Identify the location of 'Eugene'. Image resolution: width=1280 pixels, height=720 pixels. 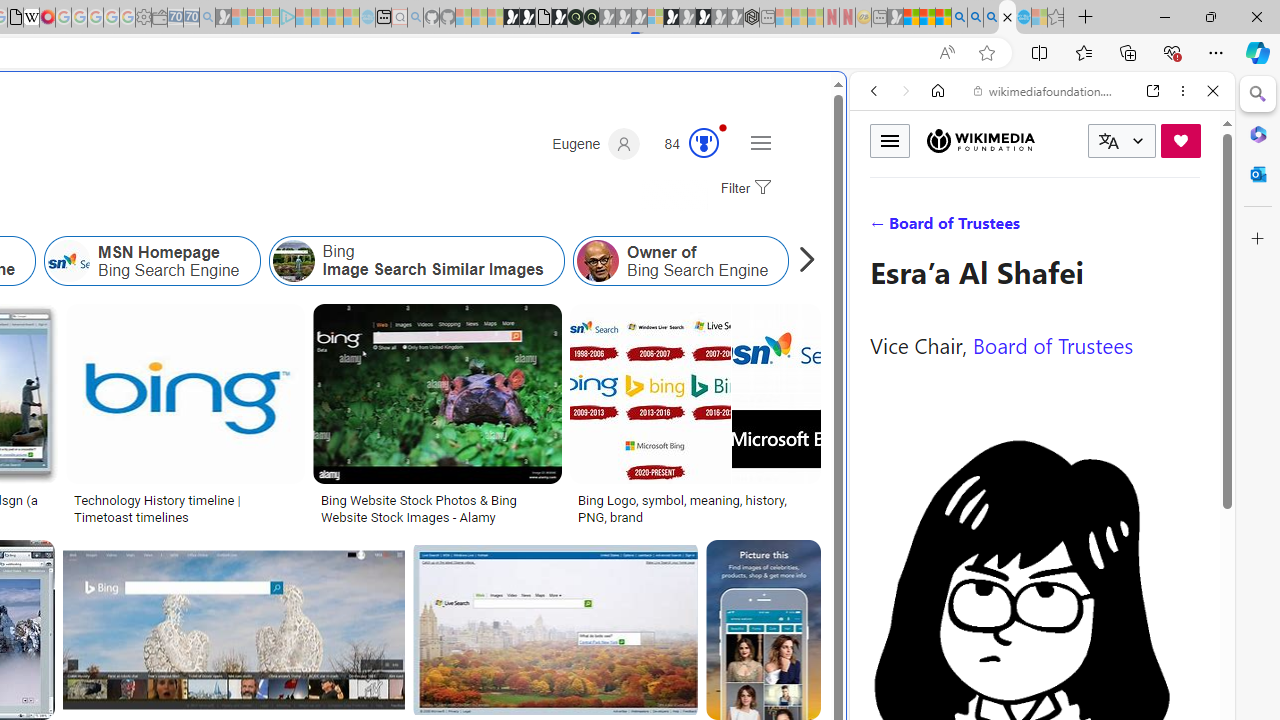
(595, 143).